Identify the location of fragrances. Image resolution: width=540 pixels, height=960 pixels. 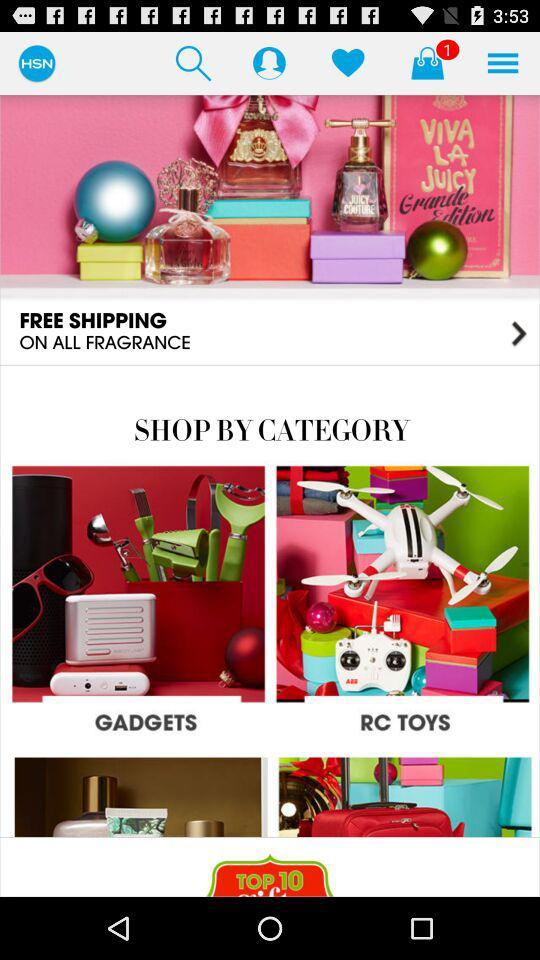
(270, 229).